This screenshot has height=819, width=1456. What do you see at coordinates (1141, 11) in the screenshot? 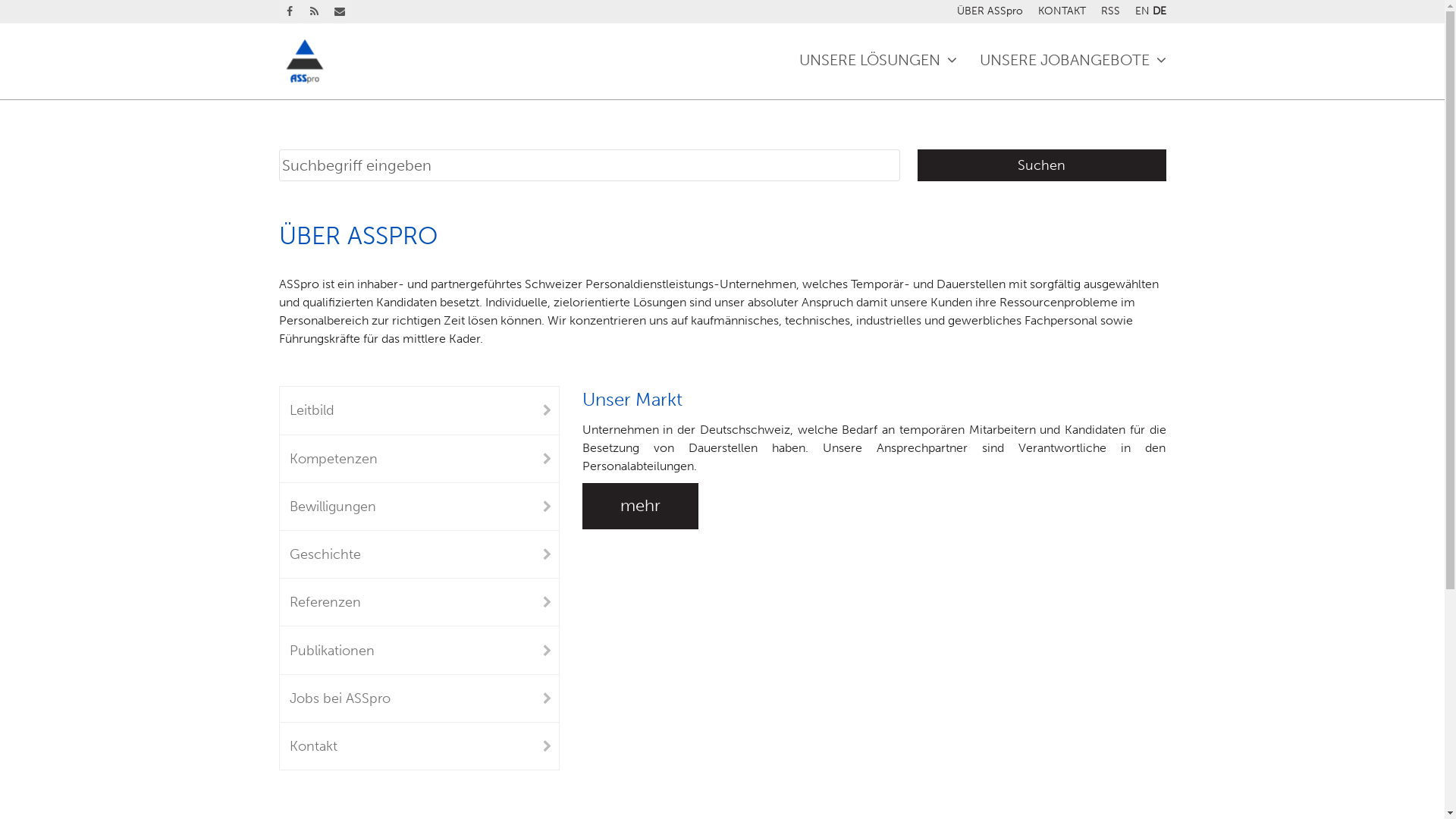
I see `'EN'` at bounding box center [1141, 11].